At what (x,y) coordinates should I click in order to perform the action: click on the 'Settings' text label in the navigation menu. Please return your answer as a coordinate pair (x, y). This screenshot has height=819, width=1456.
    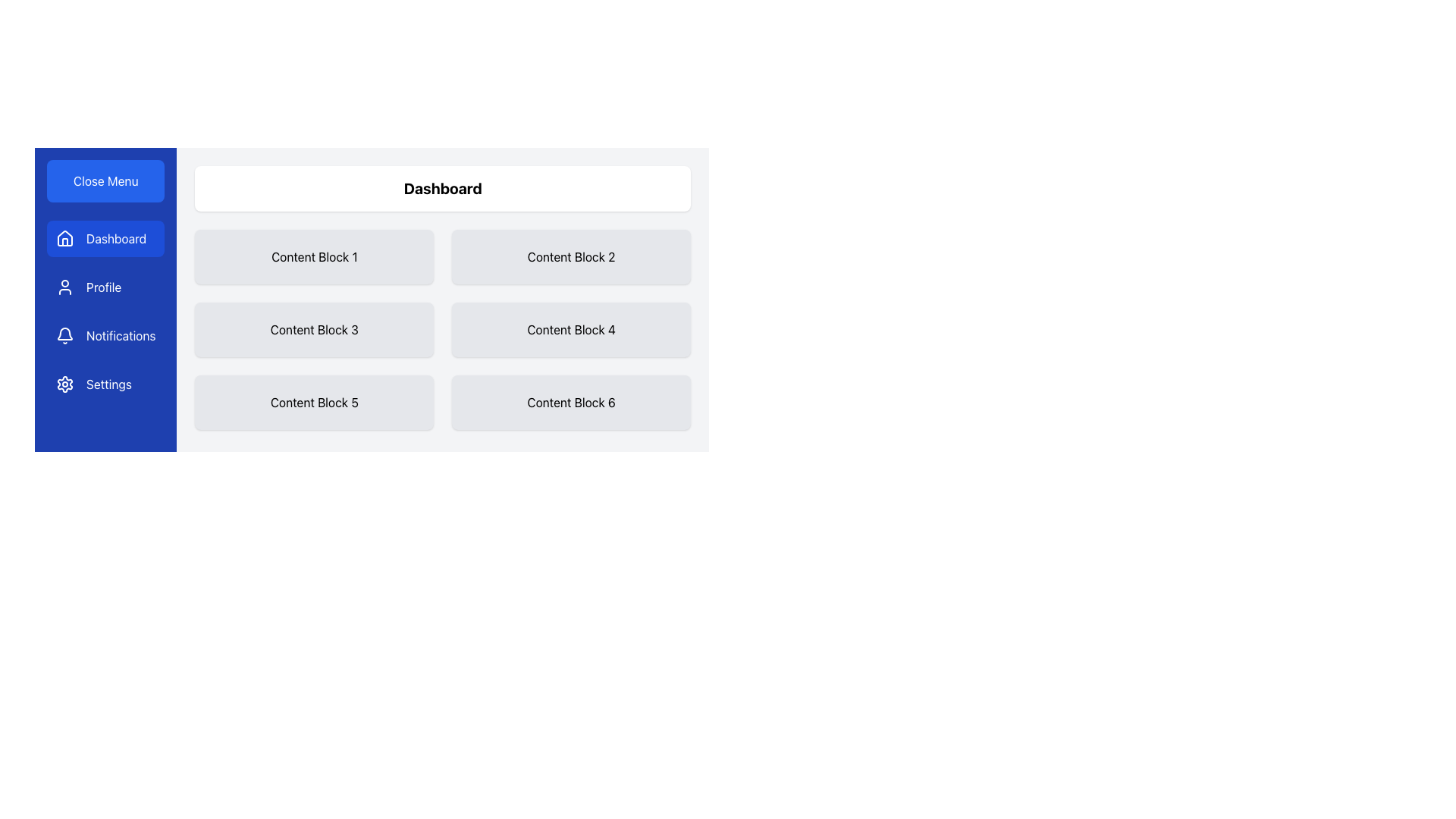
    Looking at the image, I should click on (108, 383).